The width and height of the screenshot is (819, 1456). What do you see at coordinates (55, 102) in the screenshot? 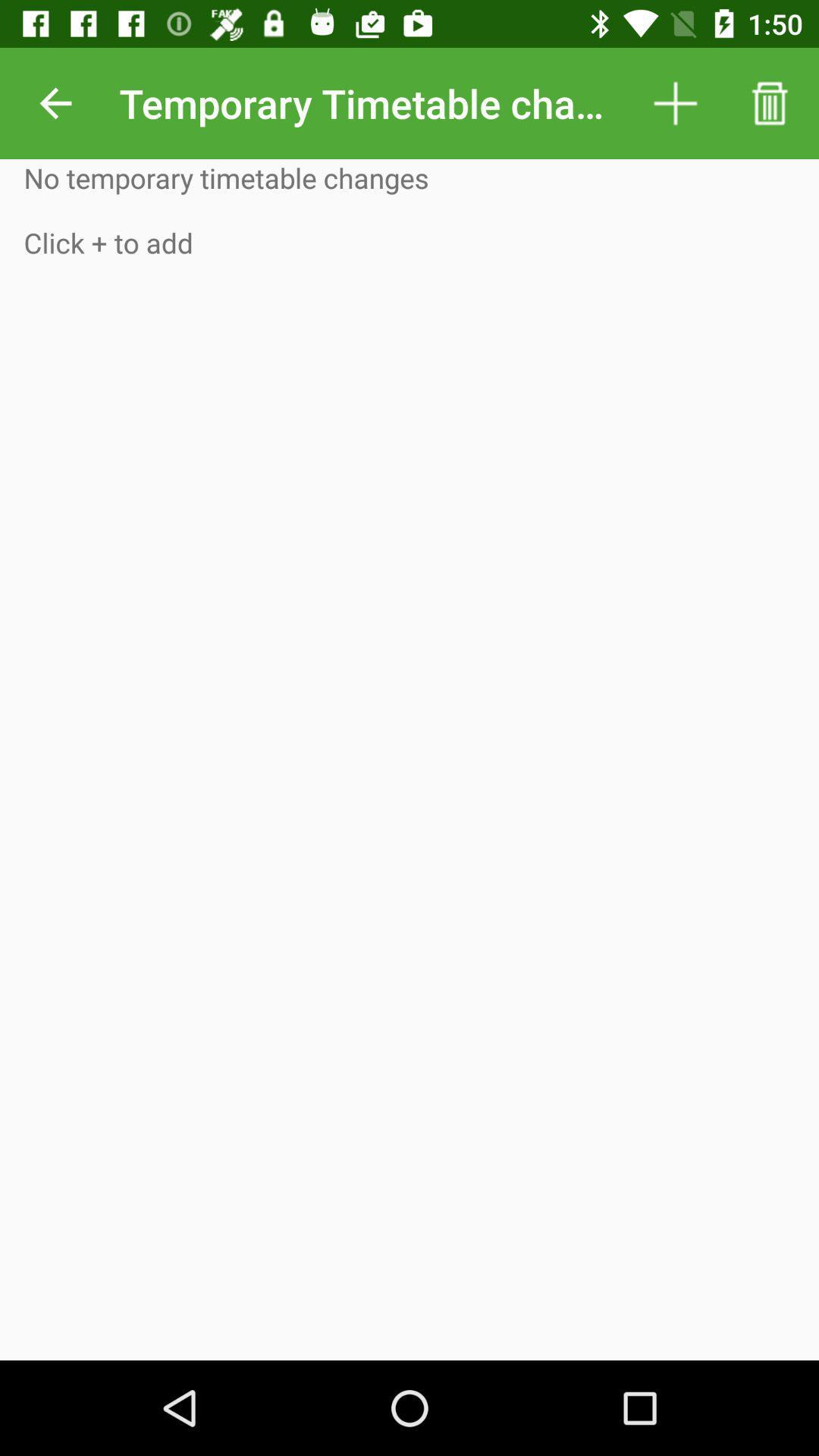
I see `icon next to temporary timetable changes item` at bounding box center [55, 102].